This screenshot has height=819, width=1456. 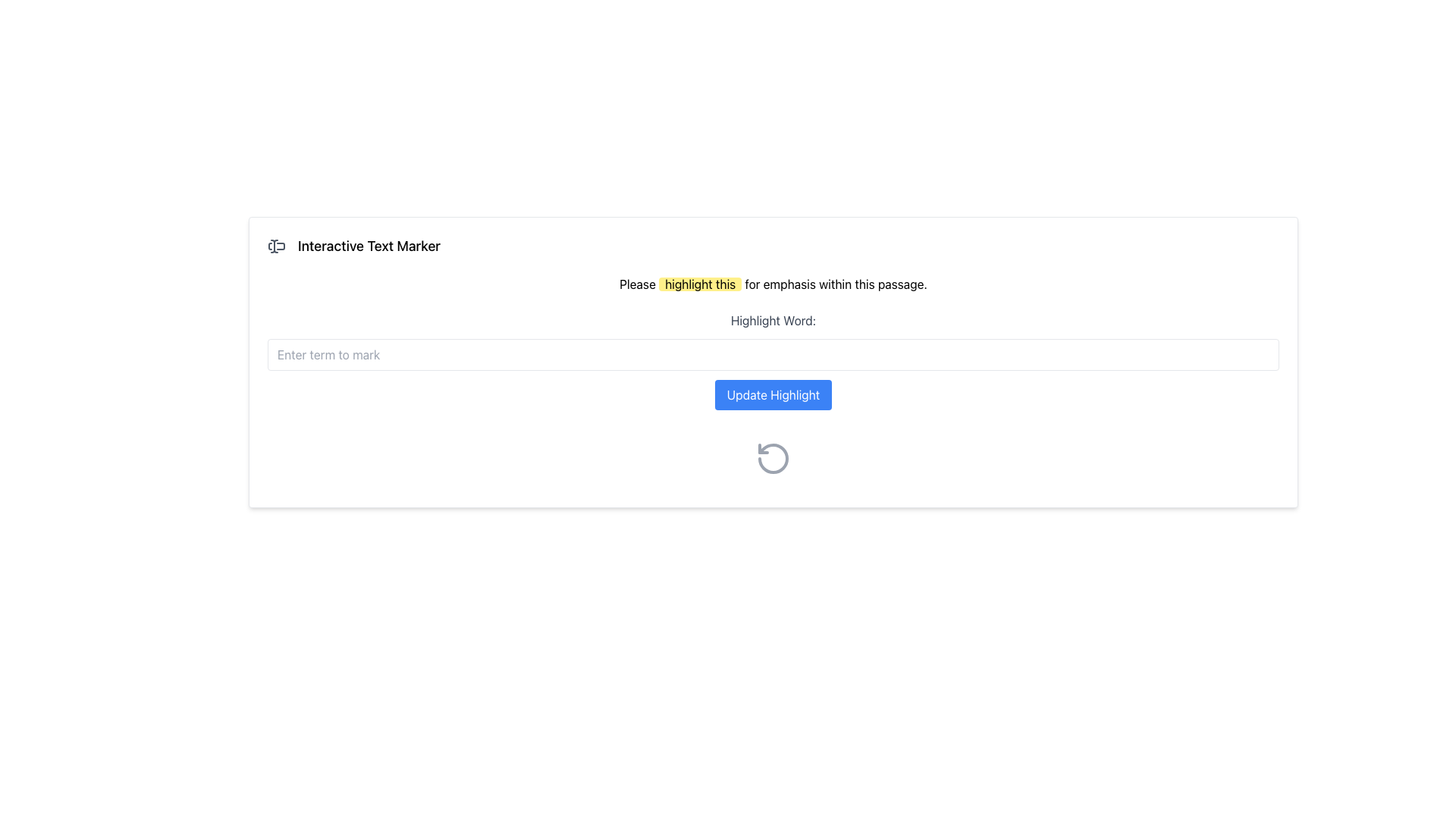 What do you see at coordinates (773, 284) in the screenshot?
I see `the static text element that states 'Please highlight this for emphasis within this passage.' which features a yellow background around the words 'highlight this'` at bounding box center [773, 284].